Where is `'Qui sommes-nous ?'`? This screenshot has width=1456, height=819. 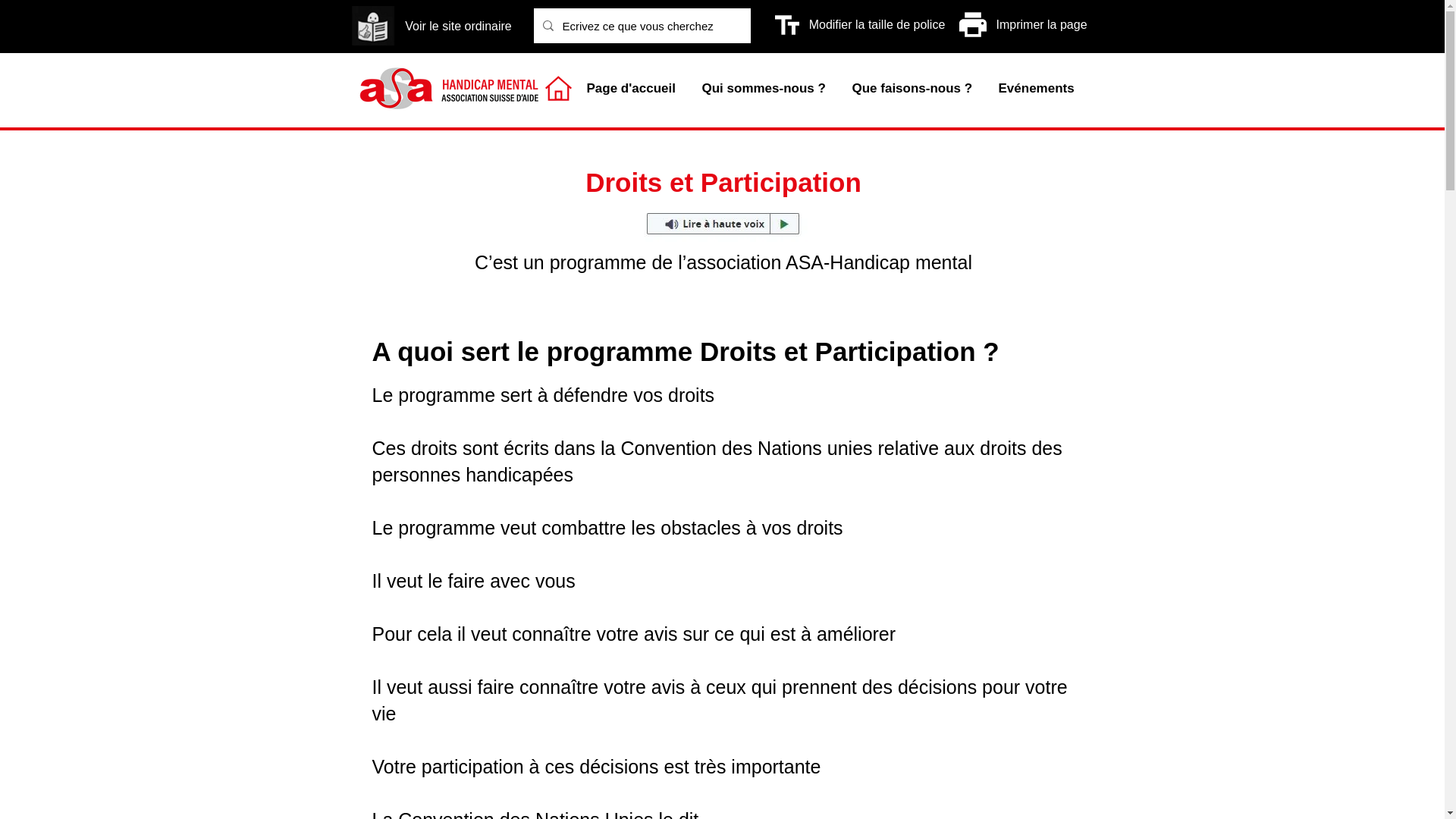
'Qui sommes-nous ?' is located at coordinates (764, 88).